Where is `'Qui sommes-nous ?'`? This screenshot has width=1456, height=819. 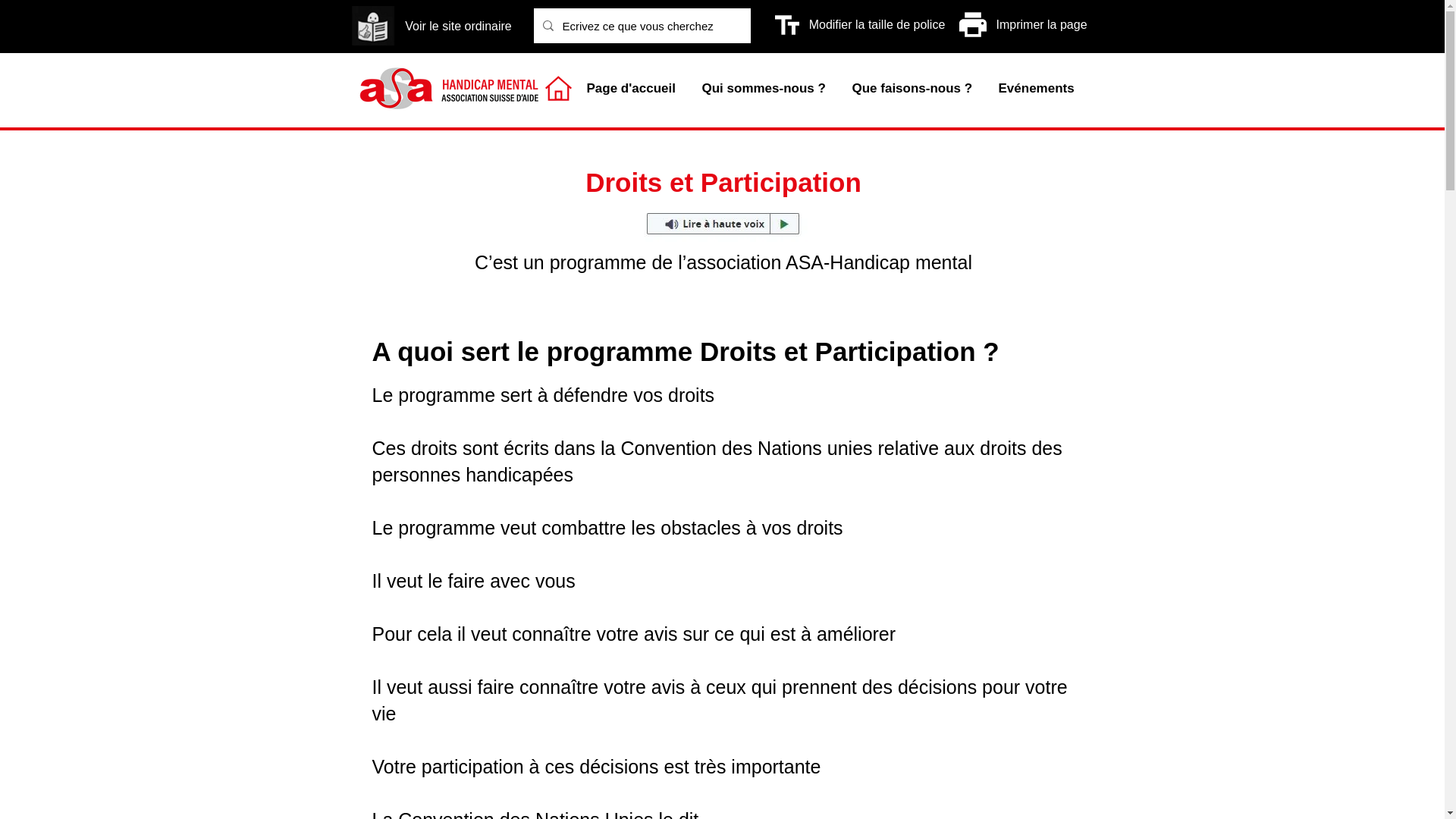
'Qui sommes-nous ?' is located at coordinates (764, 88).